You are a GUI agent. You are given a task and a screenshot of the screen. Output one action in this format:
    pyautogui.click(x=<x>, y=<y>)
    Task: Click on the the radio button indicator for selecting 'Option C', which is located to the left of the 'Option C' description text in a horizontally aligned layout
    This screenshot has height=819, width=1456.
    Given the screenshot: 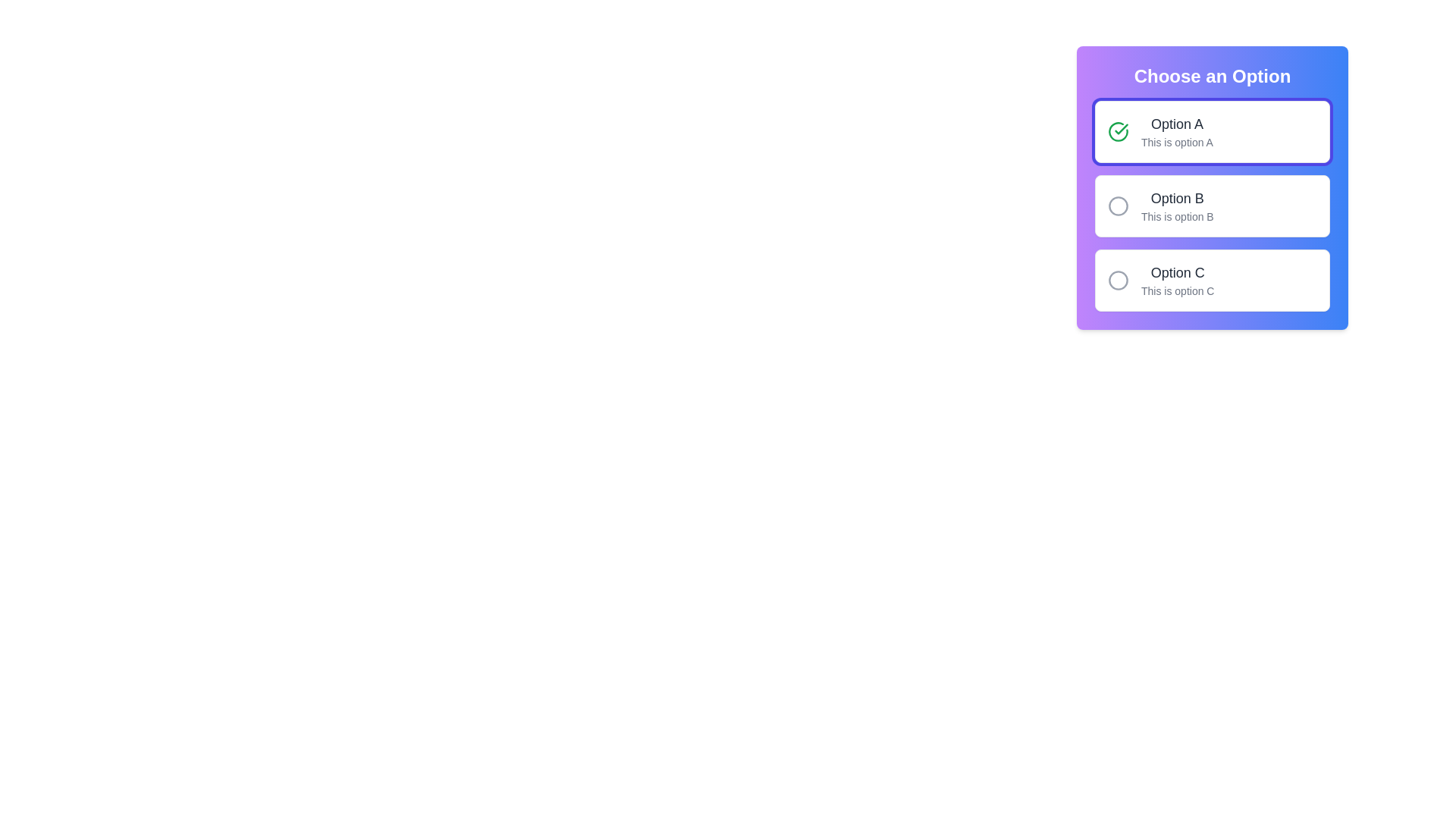 What is the action you would take?
    pyautogui.click(x=1118, y=281)
    